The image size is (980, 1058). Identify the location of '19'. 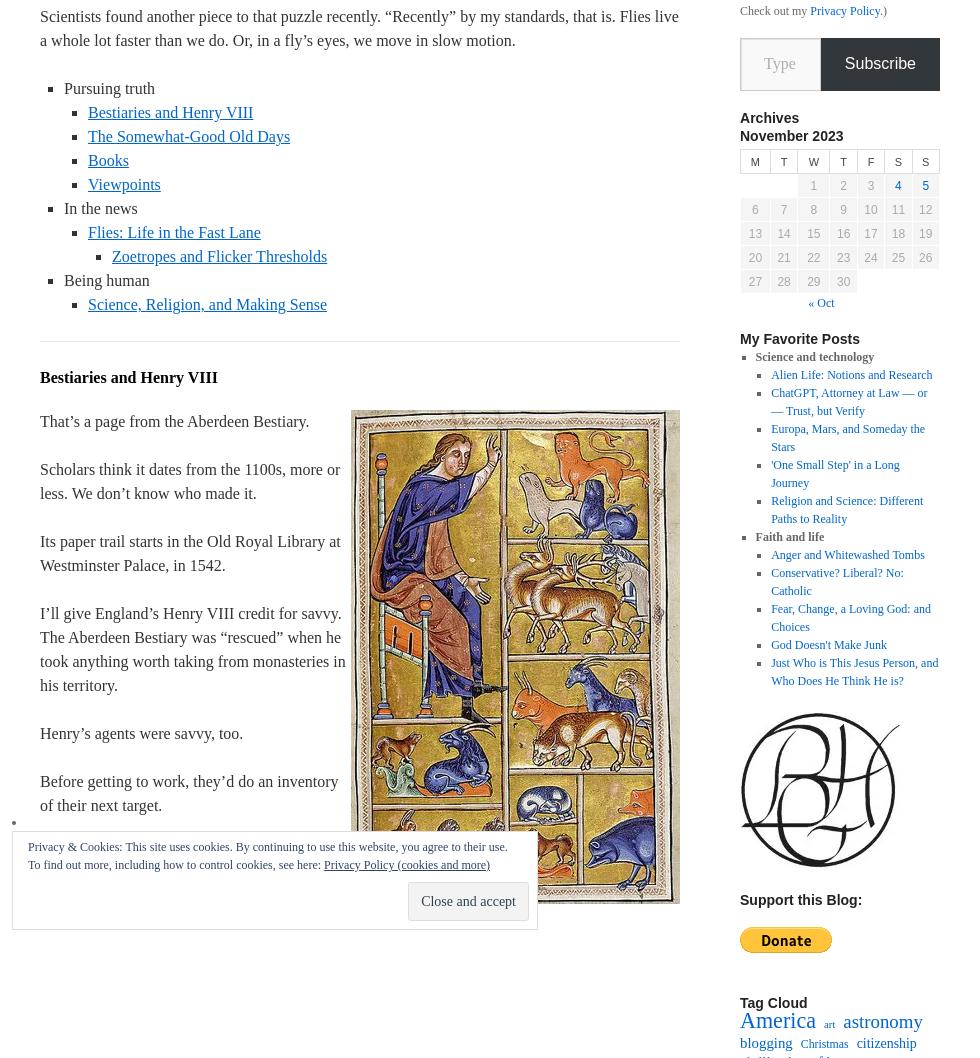
(925, 234).